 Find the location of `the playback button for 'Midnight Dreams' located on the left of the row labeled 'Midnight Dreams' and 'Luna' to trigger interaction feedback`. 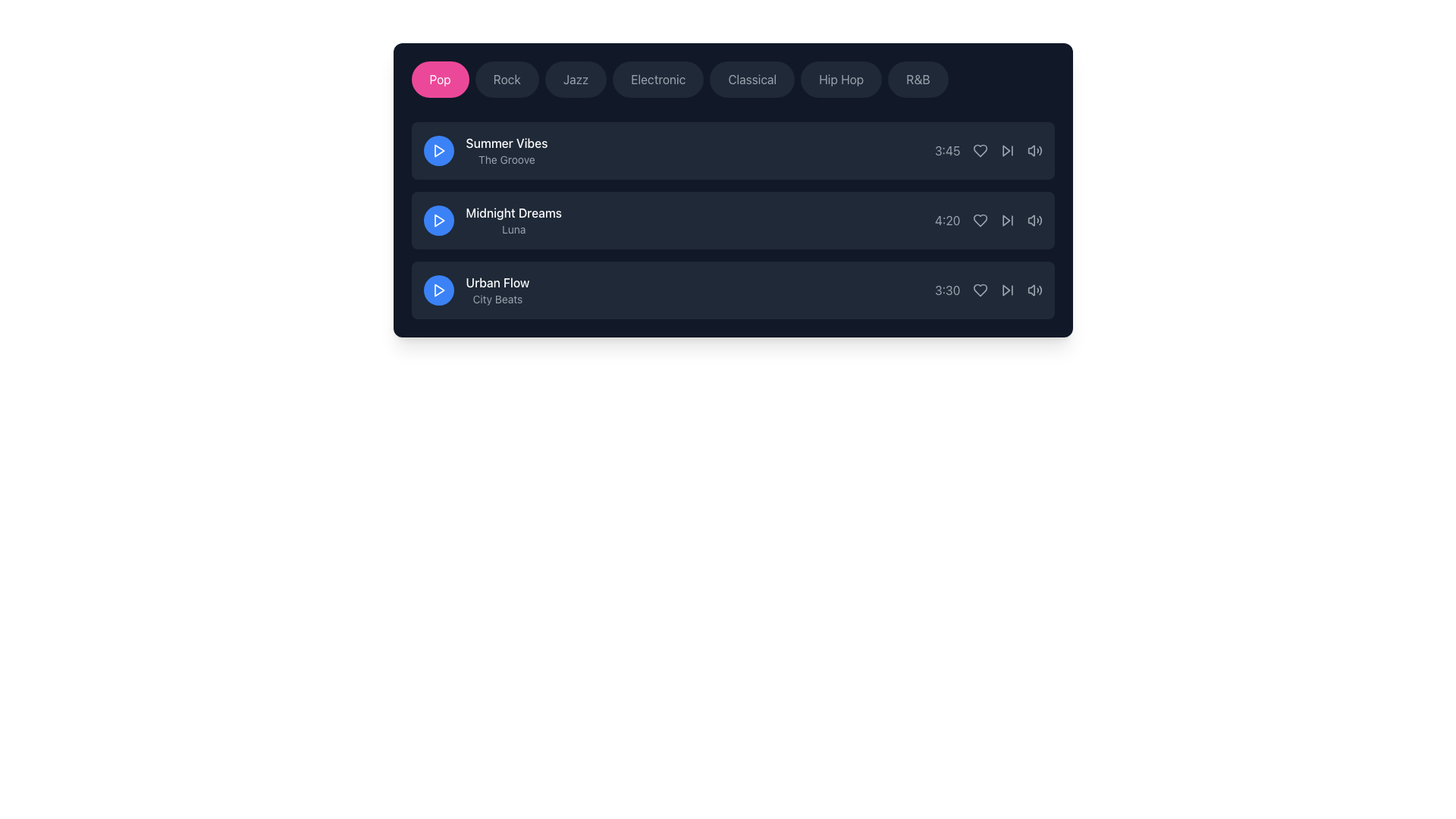

the playback button for 'Midnight Dreams' located on the left of the row labeled 'Midnight Dreams' and 'Luna' to trigger interaction feedback is located at coordinates (438, 220).